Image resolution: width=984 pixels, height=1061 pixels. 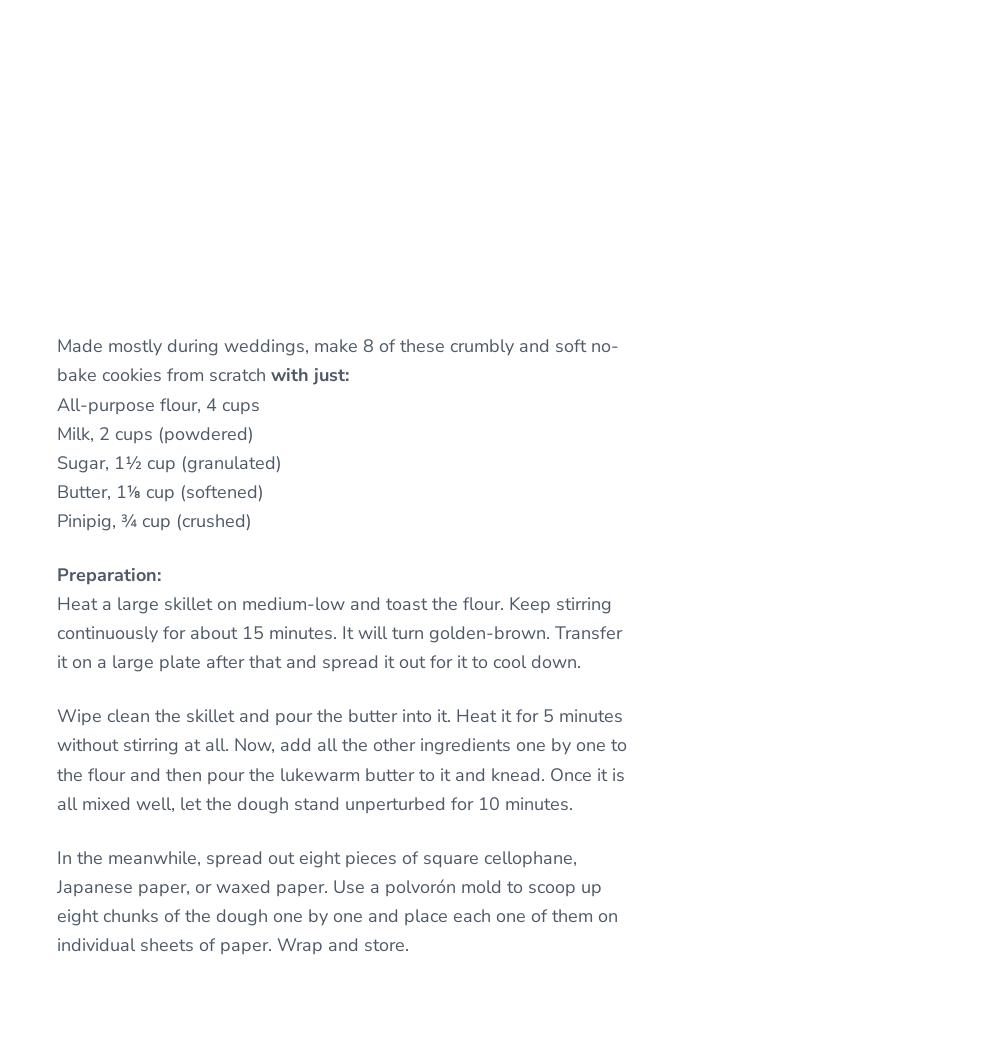 I want to click on 'Wipe clean the skillet and pour the butter into it. Heat it for 5 minutes without stirring at all. Now, add all the other ingredients one by one to the flour and then pour the lukewarm butter to it and knead. Once it is all mixed well, let the dough stand unperturbed for 10 minutes.', so click(x=341, y=759).